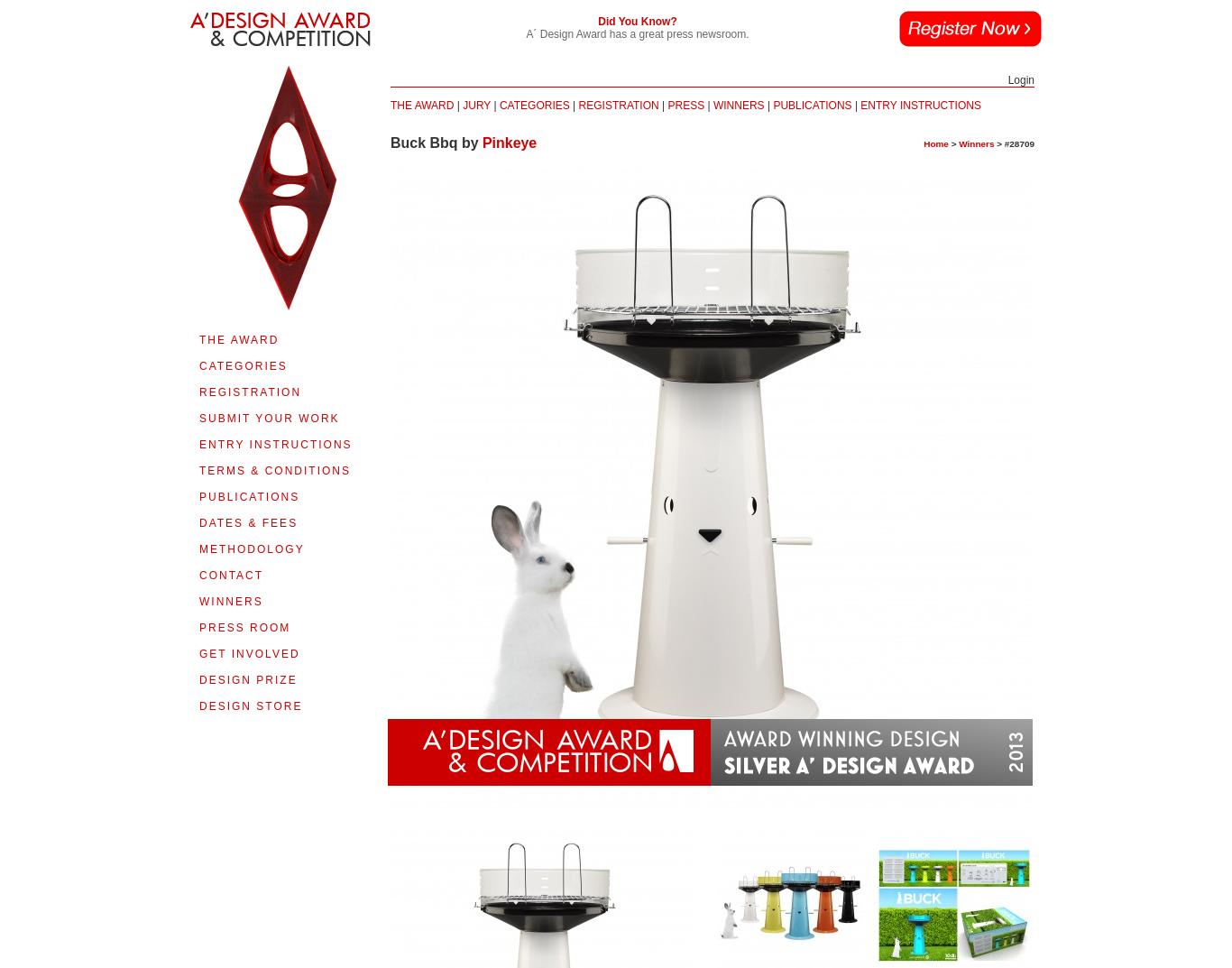 Image resolution: width=1232 pixels, height=968 pixels. What do you see at coordinates (637, 32) in the screenshot?
I see `'A´ Design Award has a great press newsroom.'` at bounding box center [637, 32].